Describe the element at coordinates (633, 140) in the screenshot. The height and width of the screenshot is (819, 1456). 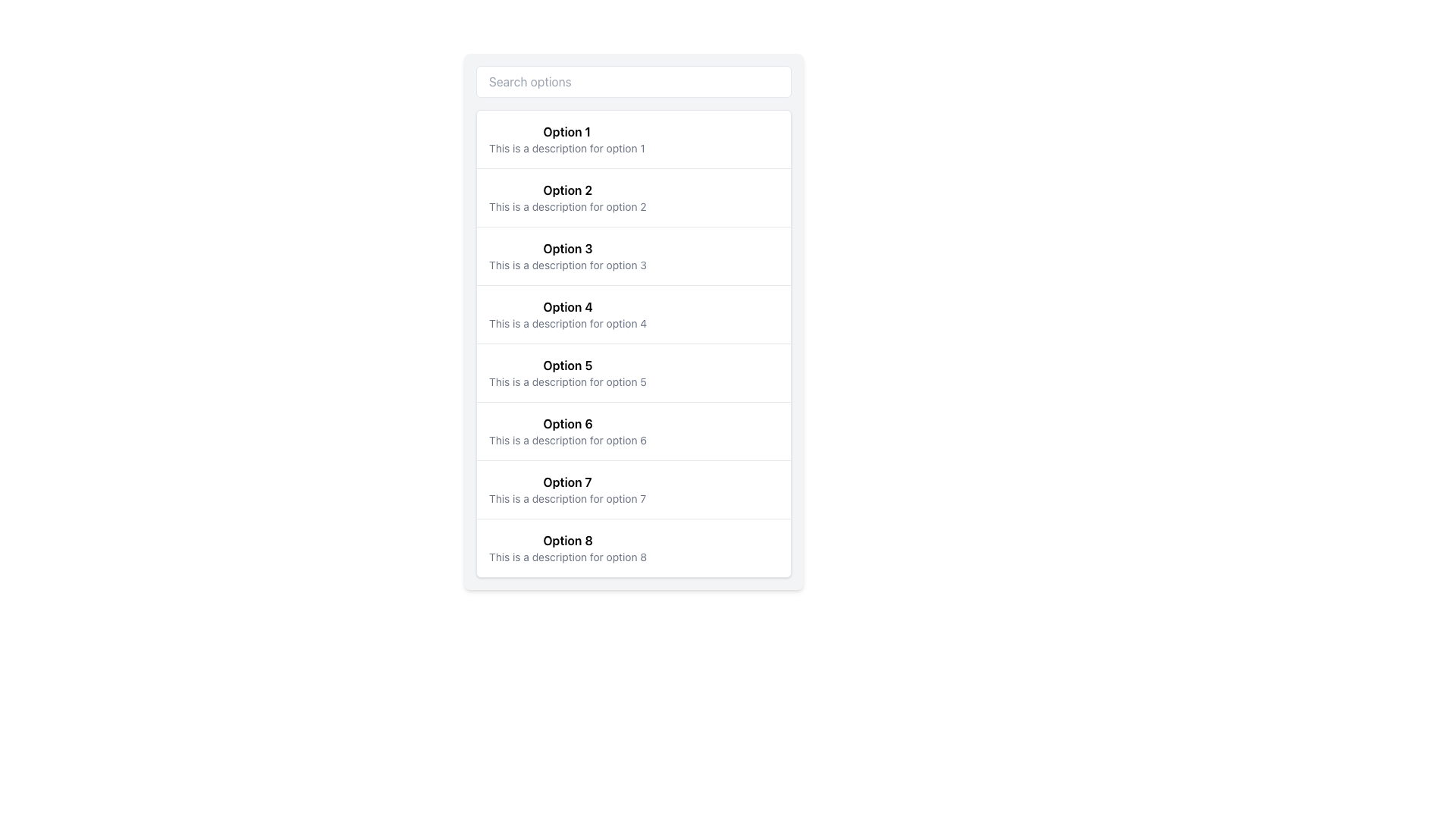
I see `the first list item containing the title 'Option 1' and the description 'This is a description for option 1'` at that location.